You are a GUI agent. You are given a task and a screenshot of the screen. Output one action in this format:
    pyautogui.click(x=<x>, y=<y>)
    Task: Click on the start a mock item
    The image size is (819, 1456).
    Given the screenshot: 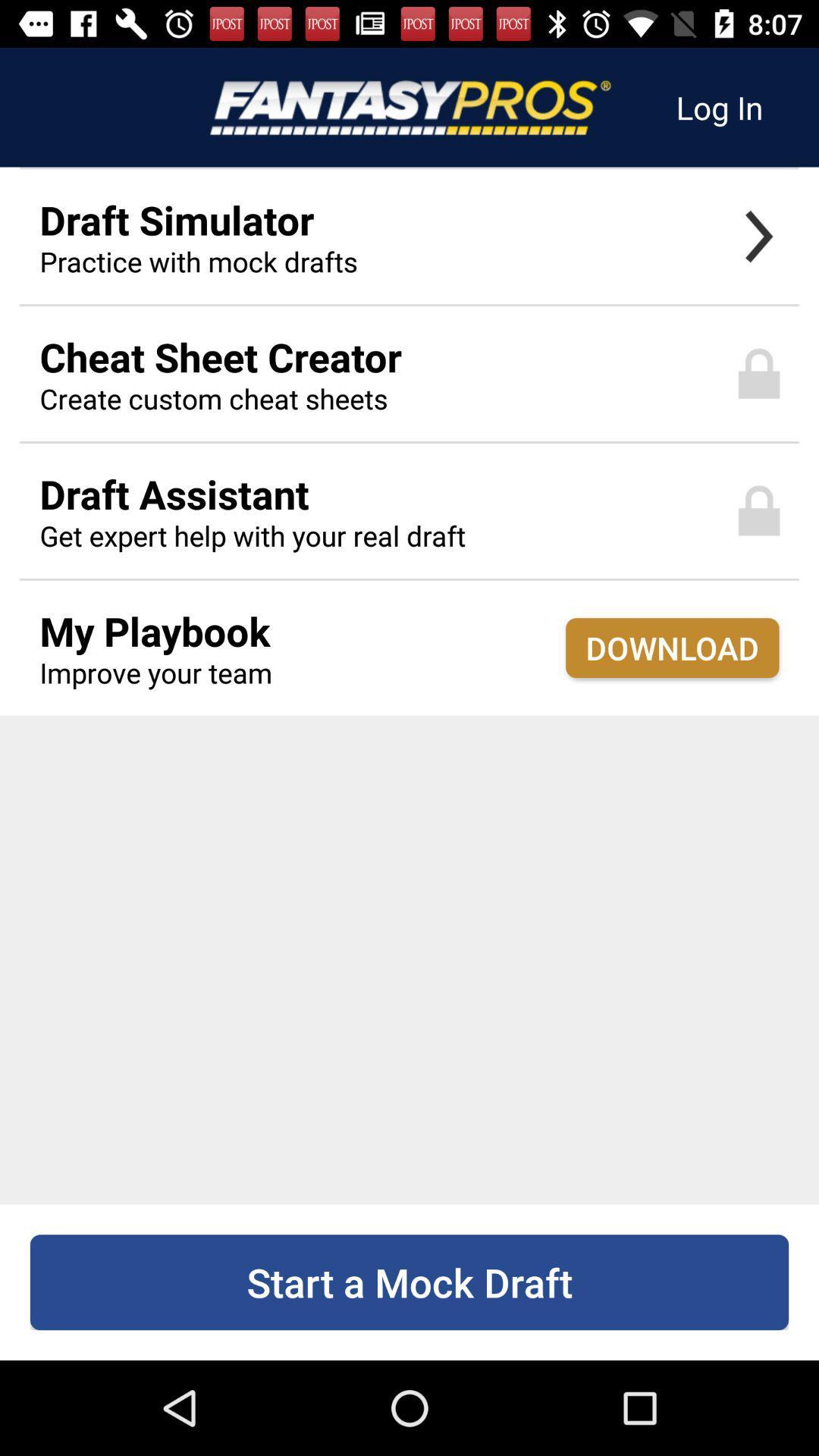 What is the action you would take?
    pyautogui.click(x=409, y=1282)
    